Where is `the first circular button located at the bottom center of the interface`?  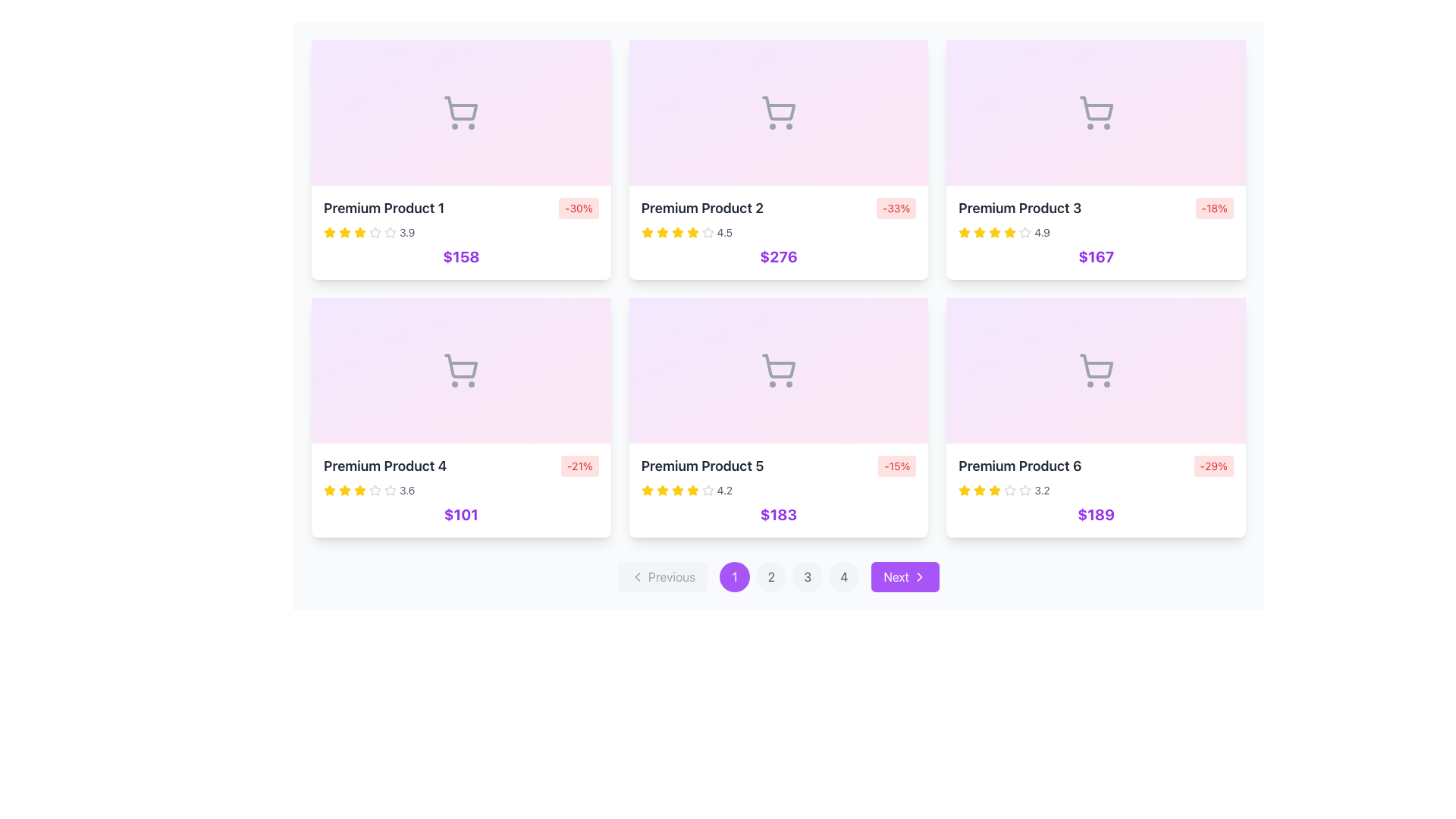
the first circular button located at the bottom center of the interface is located at coordinates (735, 576).